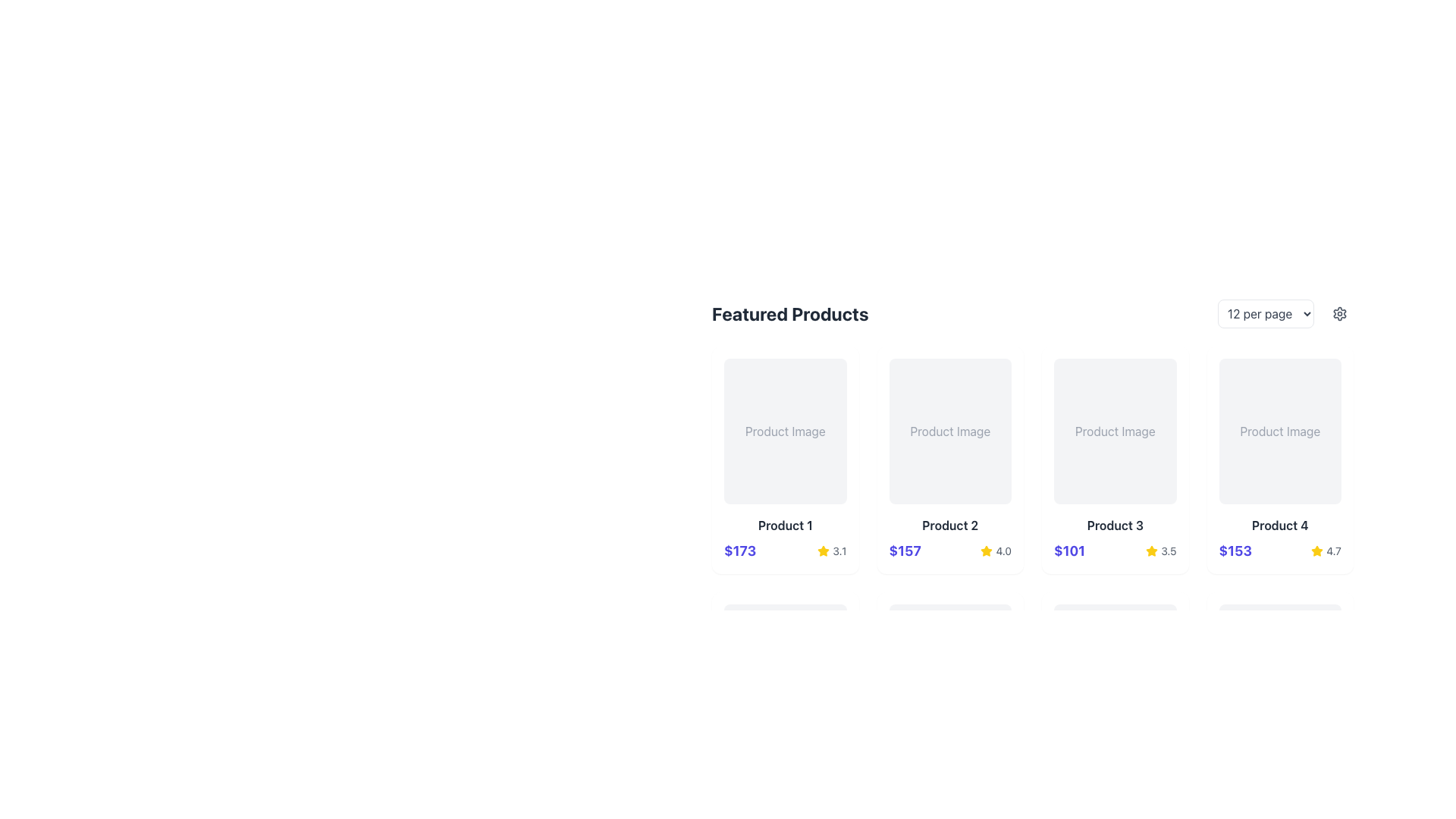 The height and width of the screenshot is (819, 1456). I want to click on the numeric text label '4.7' which is styled in a small gray font and is located next to a star symbol in the product details section for Product 4, so click(1332, 551).